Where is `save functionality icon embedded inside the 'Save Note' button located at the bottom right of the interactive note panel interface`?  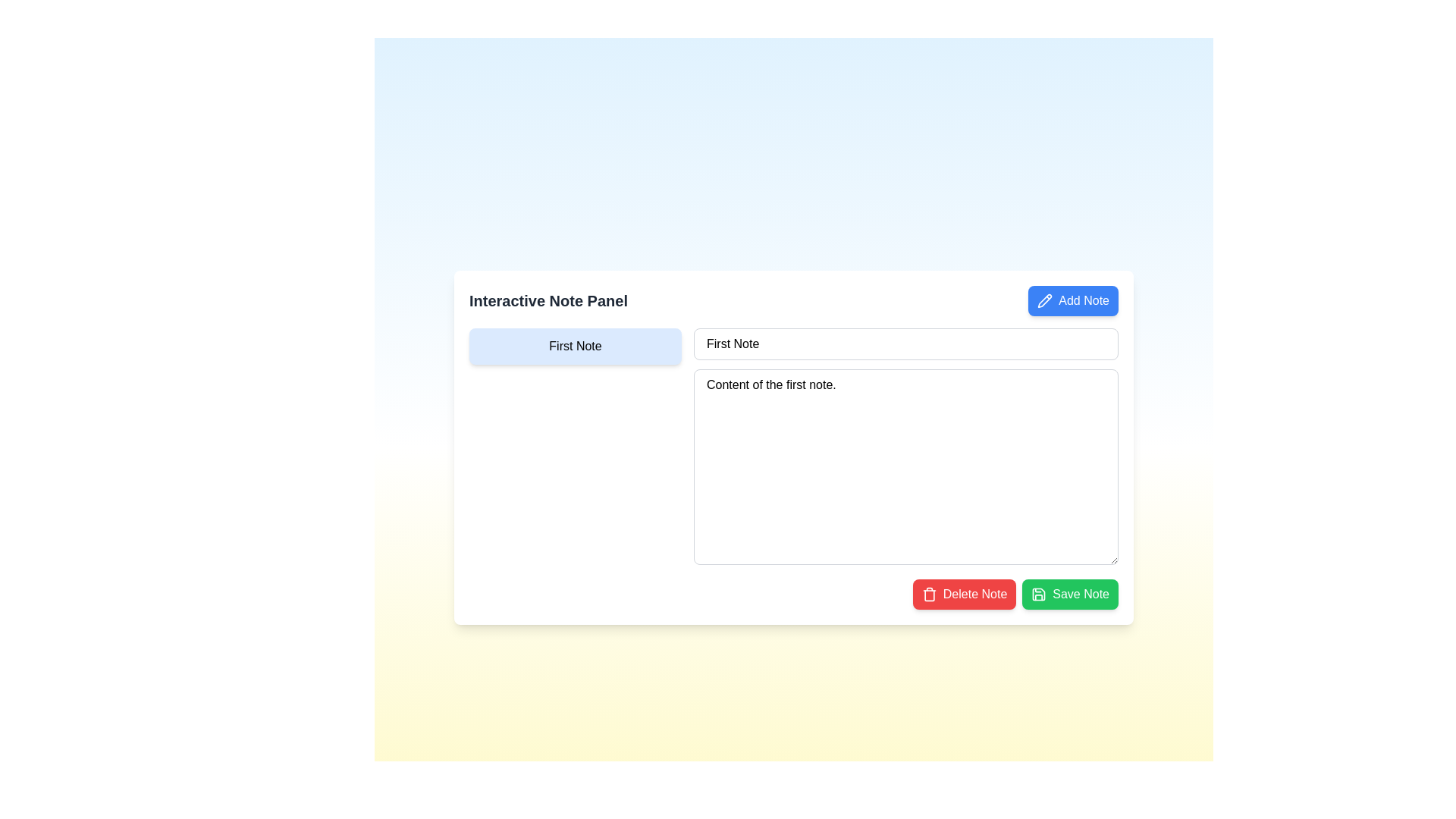
save functionality icon embedded inside the 'Save Note' button located at the bottom right of the interactive note panel interface is located at coordinates (1038, 593).